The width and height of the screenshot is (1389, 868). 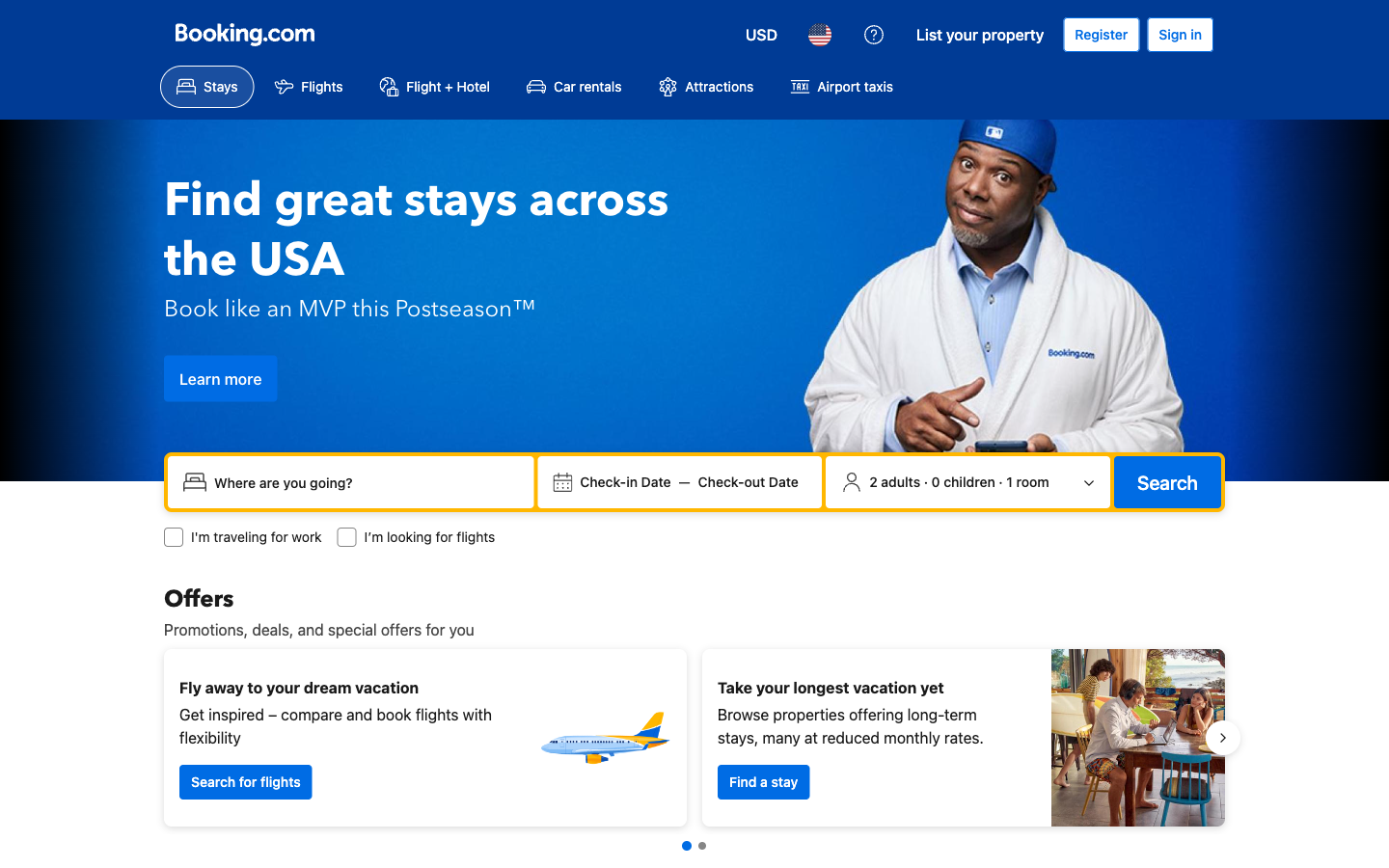 What do you see at coordinates (967, 481) in the screenshot?
I see `Adjust the resident count in the room` at bounding box center [967, 481].